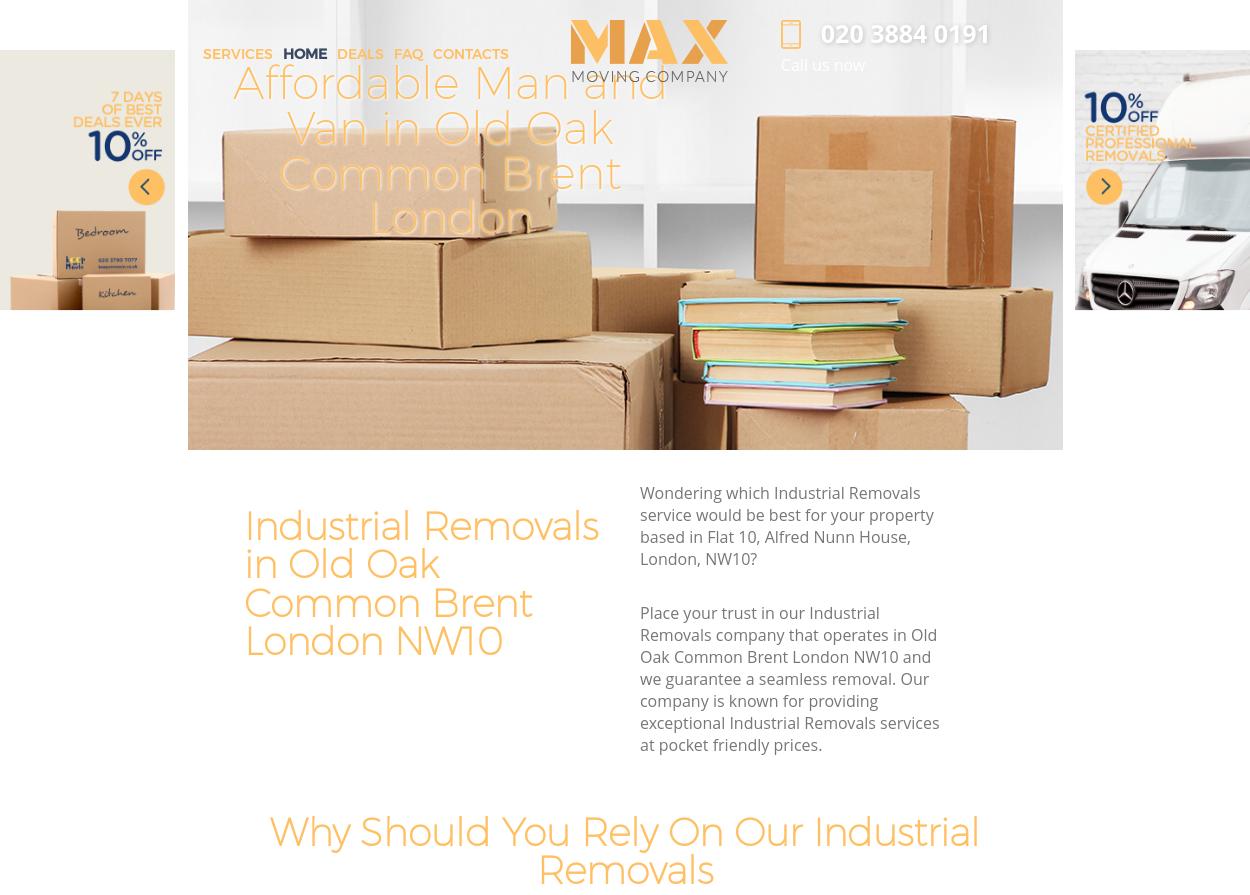  I want to click on 'Why Should You Rely On Our Industrial Removals', so click(270, 849).